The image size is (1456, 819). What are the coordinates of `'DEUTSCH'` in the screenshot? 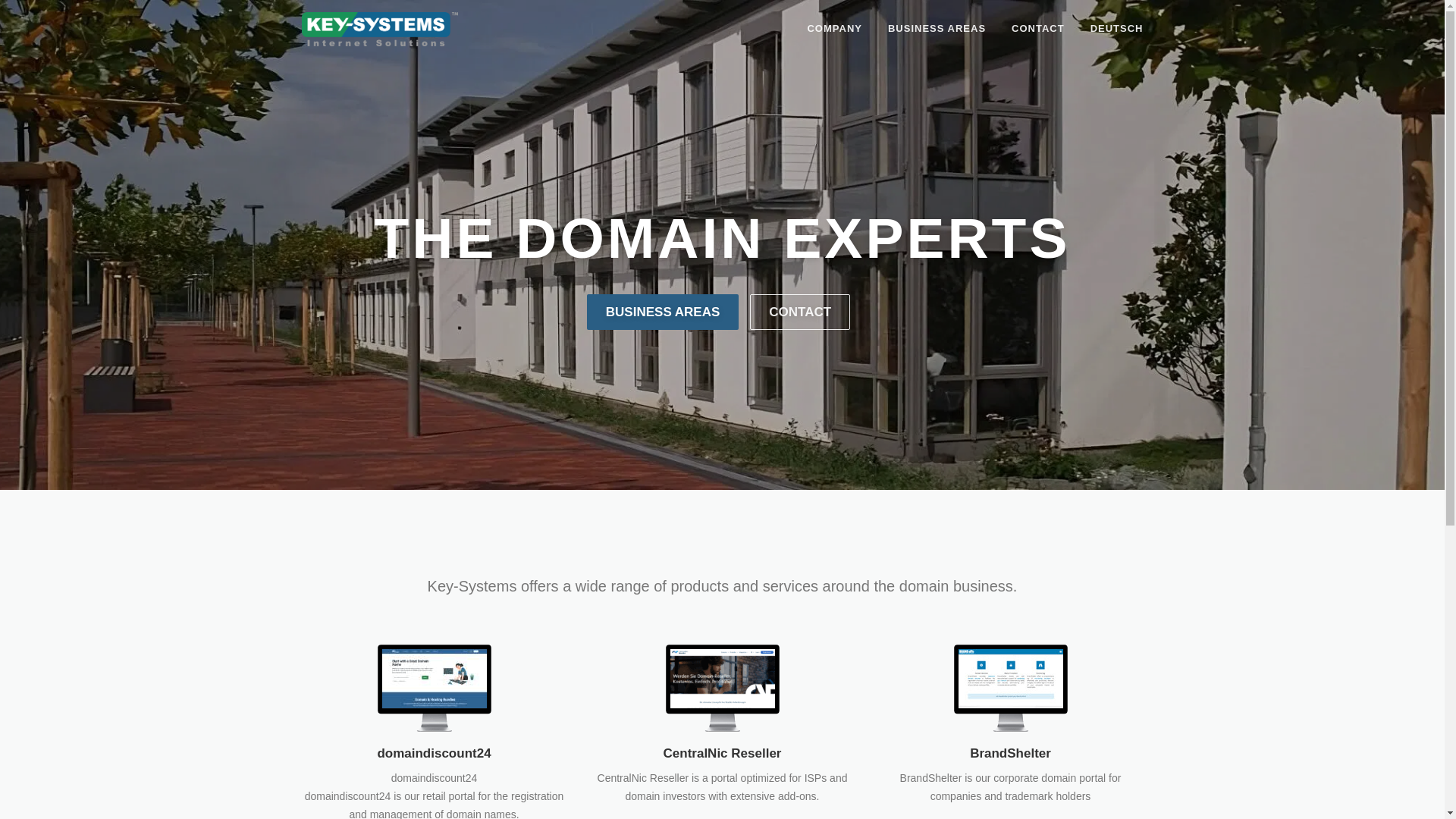 It's located at (1076, 28).